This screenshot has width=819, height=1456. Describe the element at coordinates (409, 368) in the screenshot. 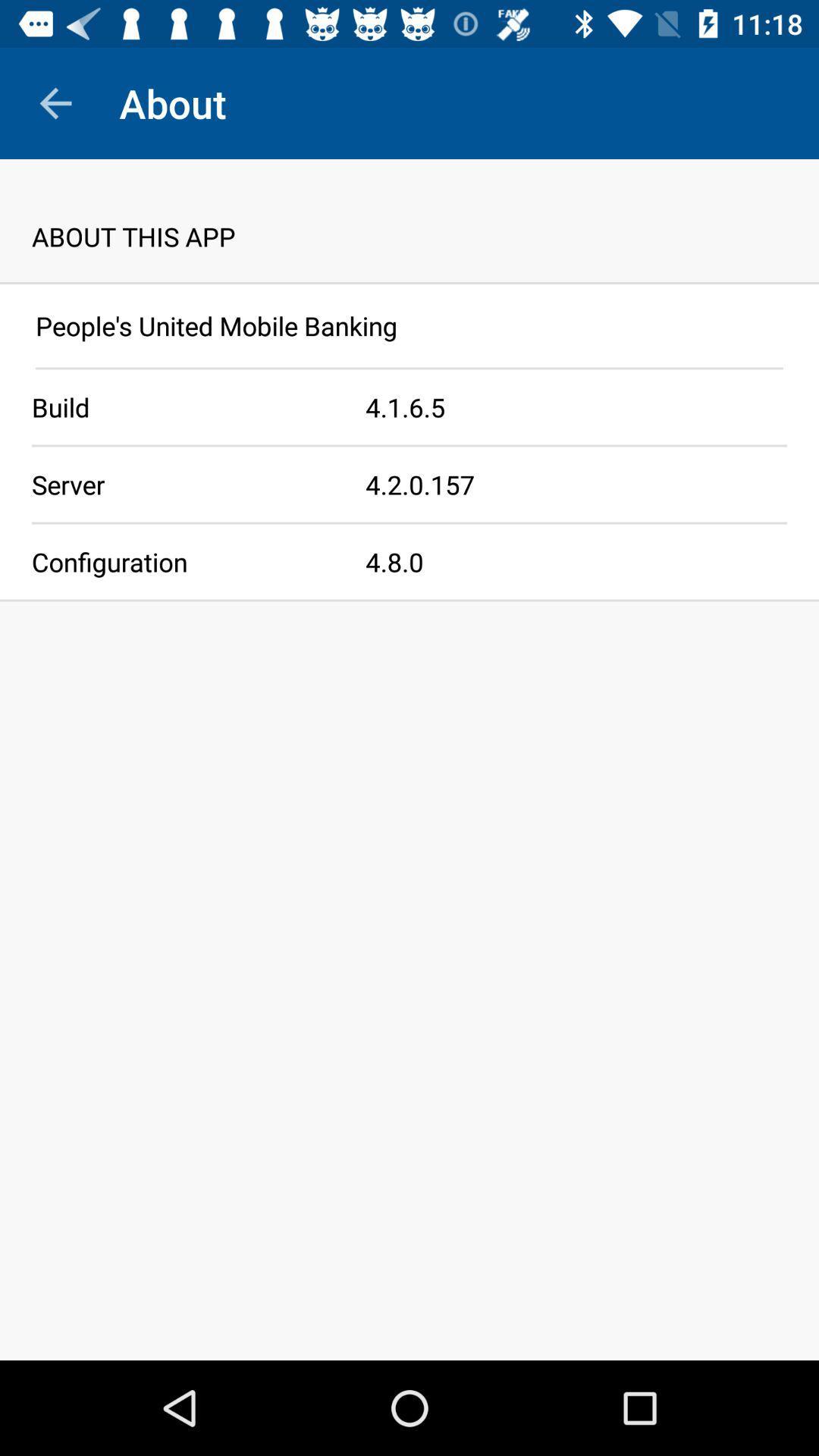

I see `the item below people s united app` at that location.